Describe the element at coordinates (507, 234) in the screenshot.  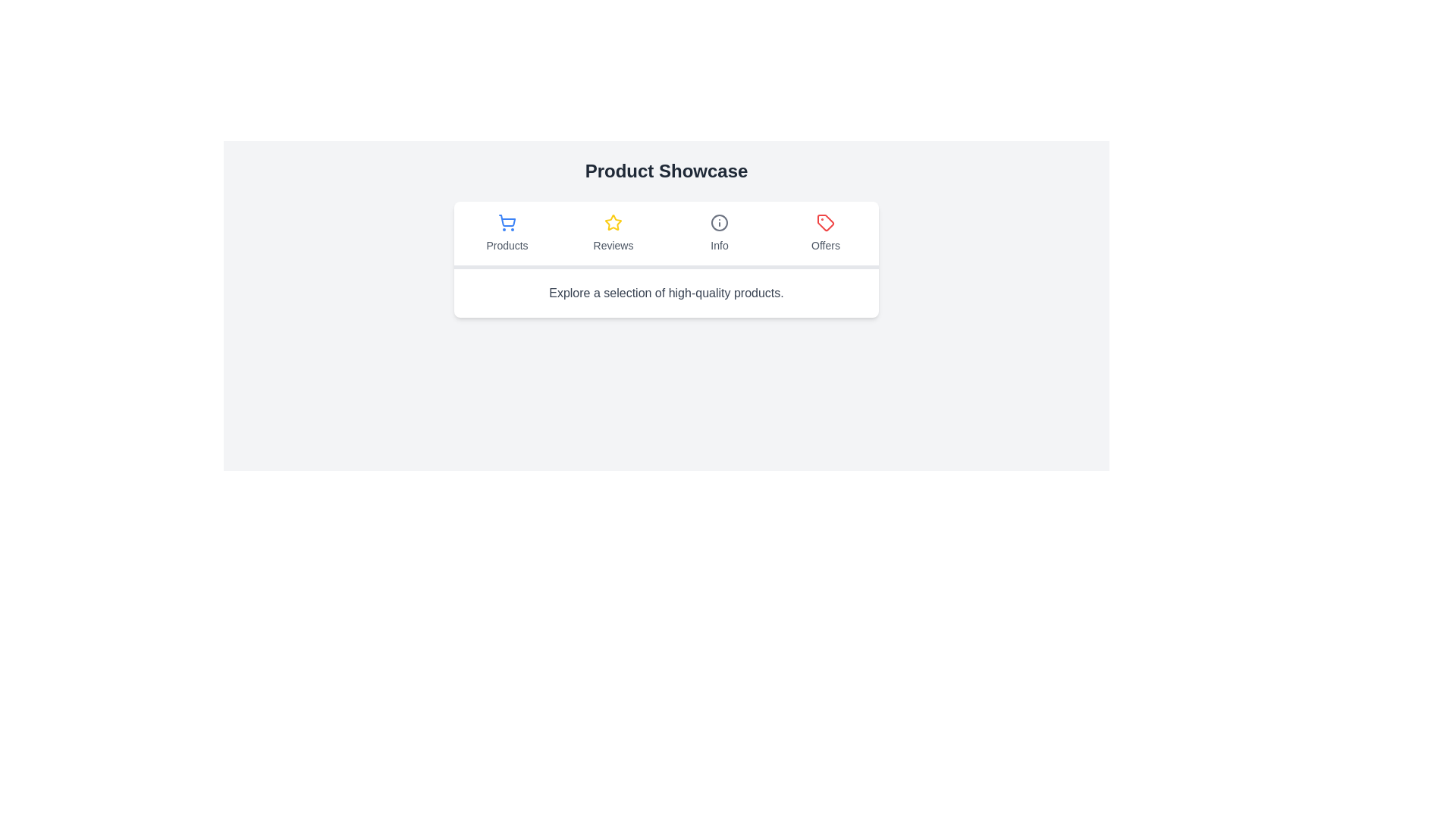
I see `the 'Products' tab button, which features a shopping cart icon above the text` at that location.